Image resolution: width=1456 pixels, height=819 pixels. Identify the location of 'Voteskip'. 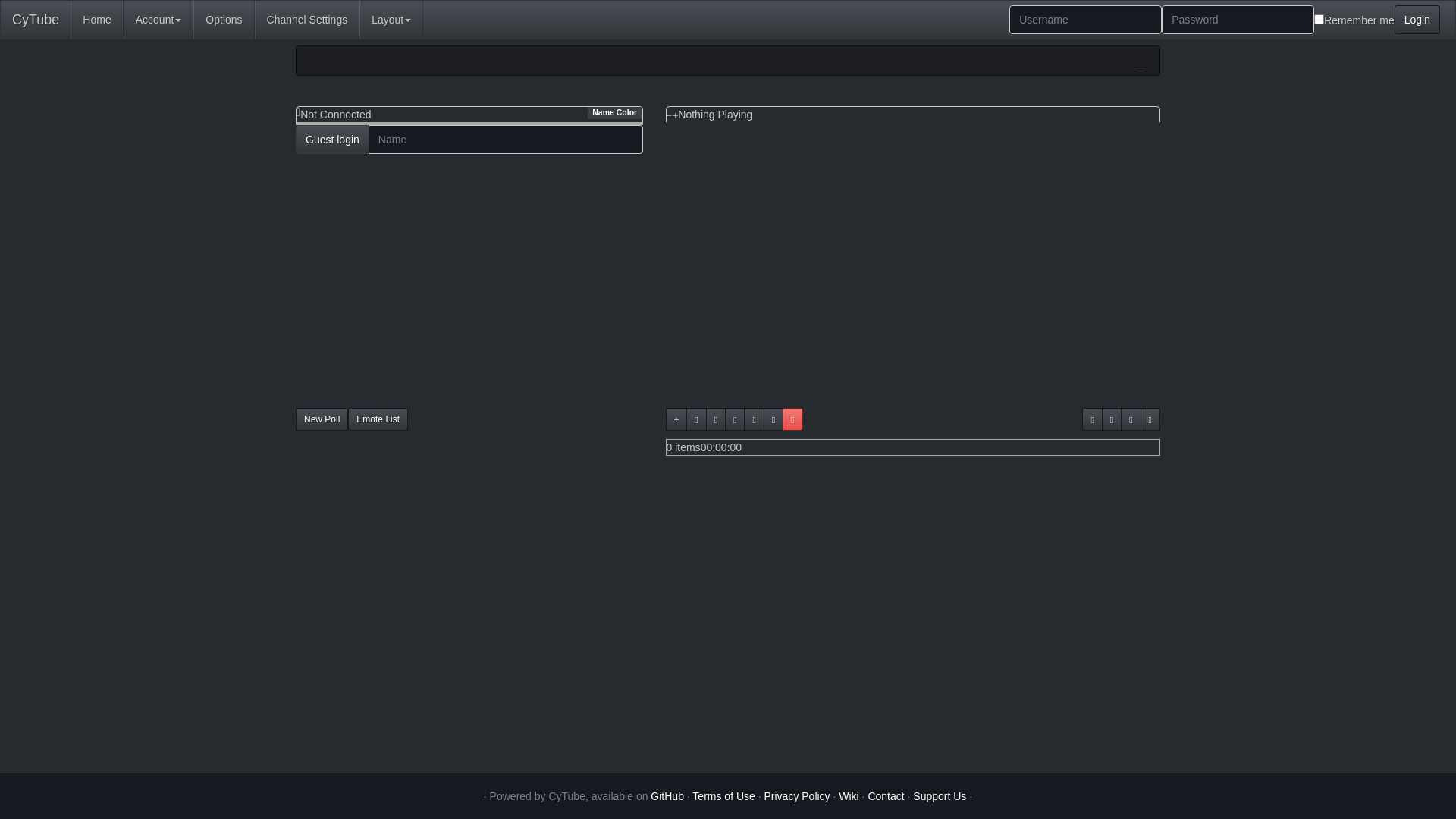
(1150, 419).